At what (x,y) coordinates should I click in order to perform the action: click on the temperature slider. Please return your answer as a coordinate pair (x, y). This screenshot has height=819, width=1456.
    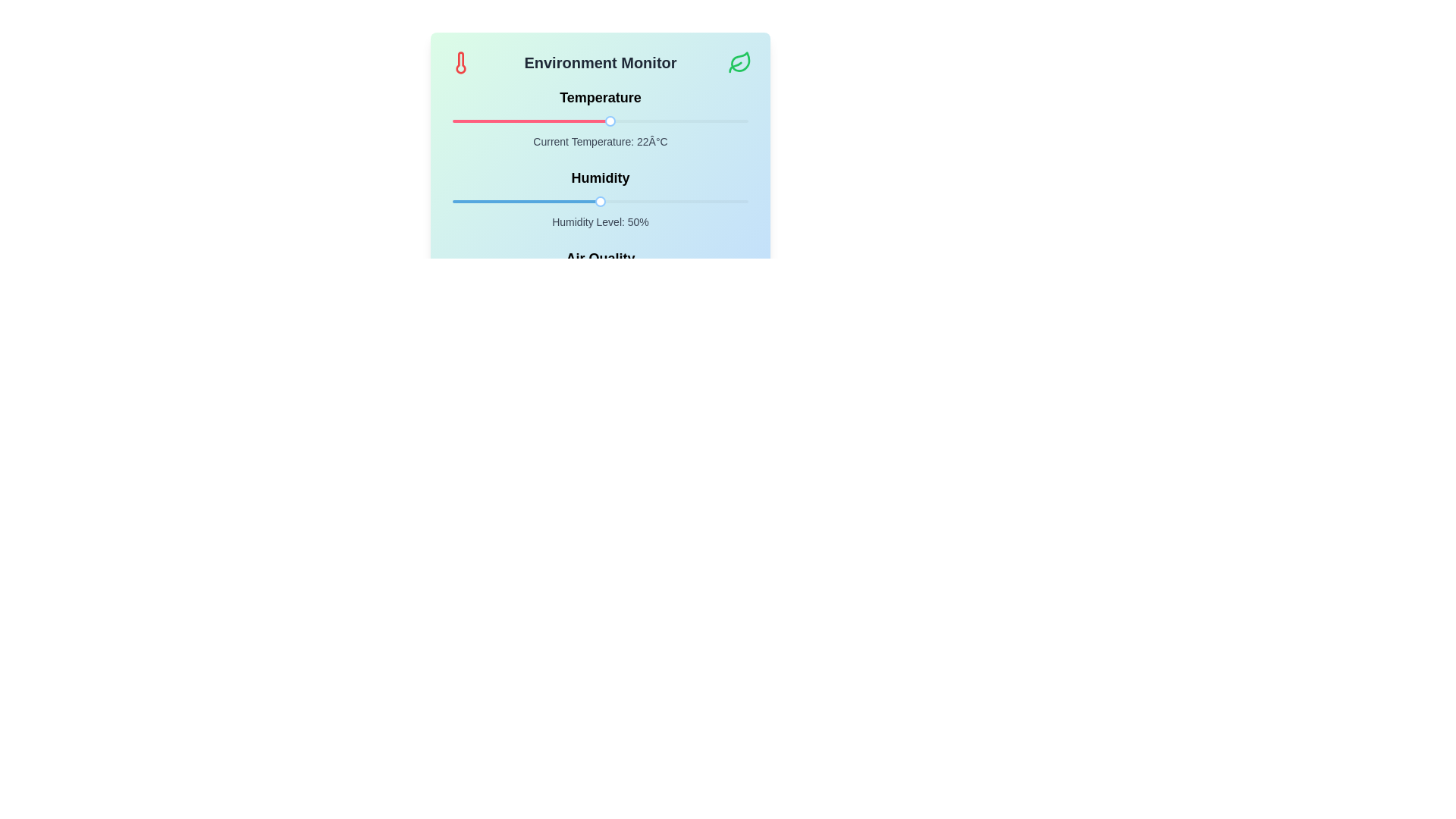
    Looking at the image, I should click on (611, 120).